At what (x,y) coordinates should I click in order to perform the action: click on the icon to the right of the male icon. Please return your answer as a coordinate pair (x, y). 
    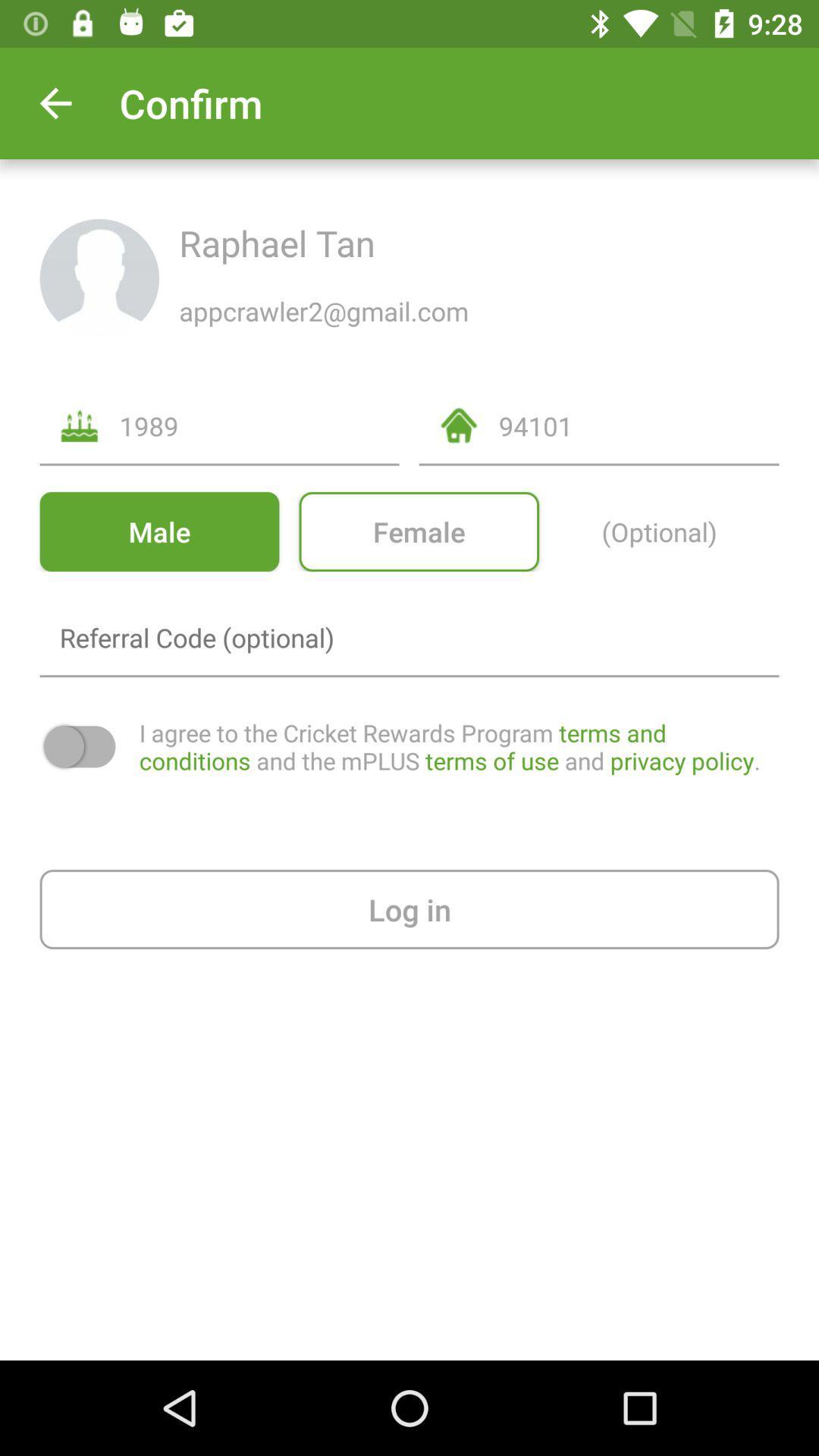
    Looking at the image, I should click on (419, 532).